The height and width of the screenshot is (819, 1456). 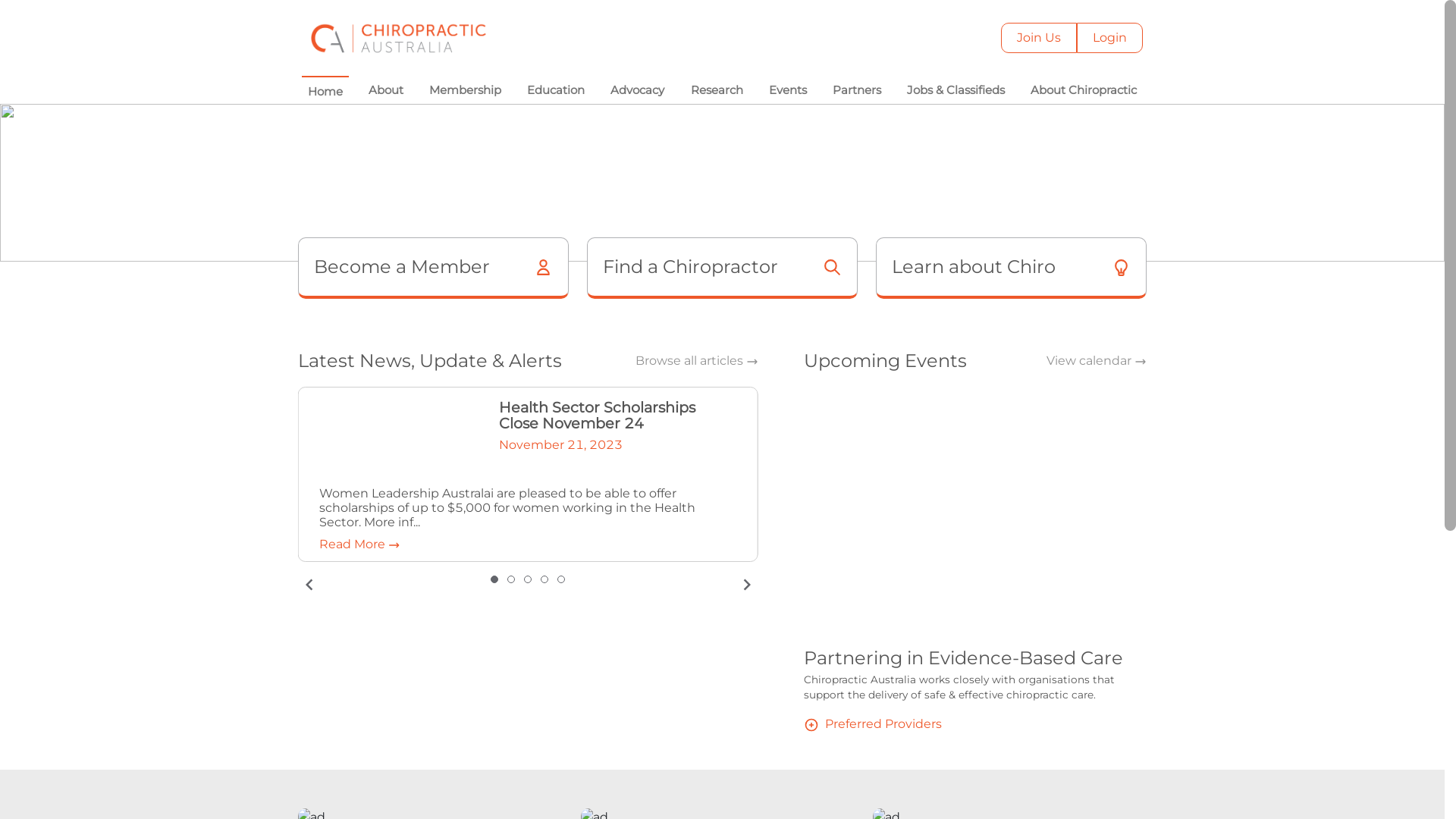 What do you see at coordinates (1011, 267) in the screenshot?
I see `'Learn about Chiro'` at bounding box center [1011, 267].